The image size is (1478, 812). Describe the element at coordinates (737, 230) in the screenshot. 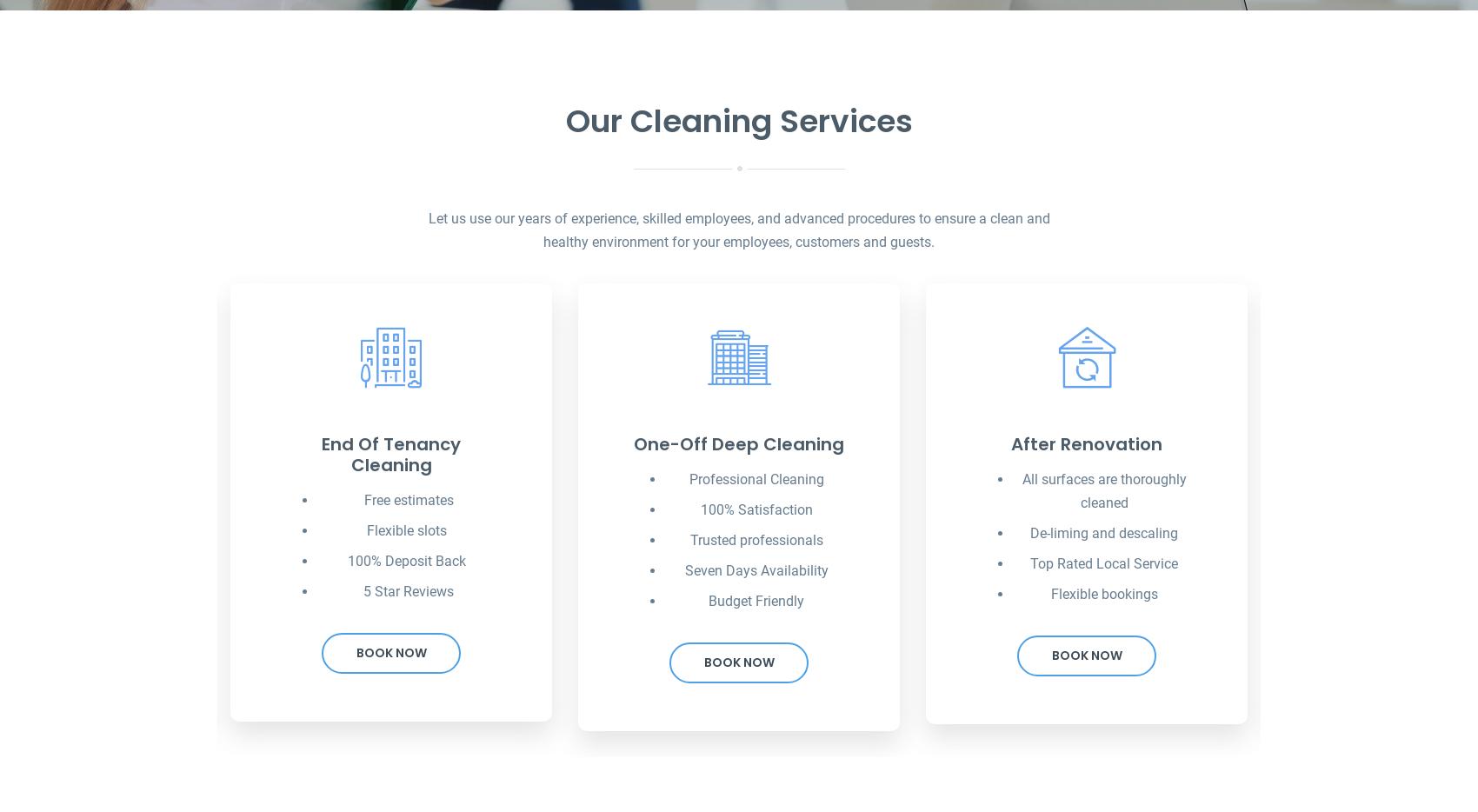

I see `'Let us use our years of experience, skilled employees, and advanced procedures to ensure a clean and healthy environment for your employees, customers and guests.'` at that location.